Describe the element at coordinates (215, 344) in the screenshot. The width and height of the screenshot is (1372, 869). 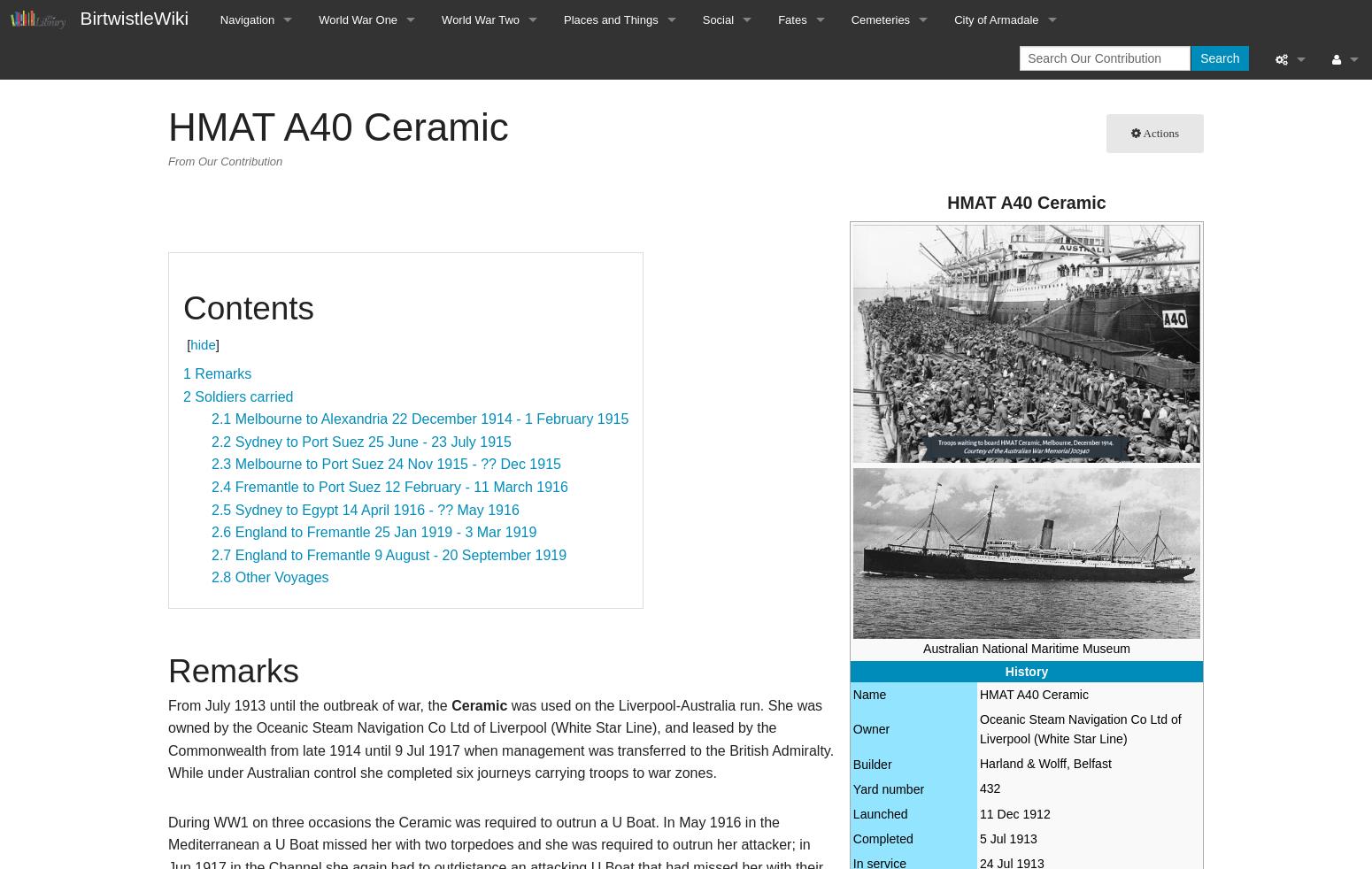
I see `']'` at that location.